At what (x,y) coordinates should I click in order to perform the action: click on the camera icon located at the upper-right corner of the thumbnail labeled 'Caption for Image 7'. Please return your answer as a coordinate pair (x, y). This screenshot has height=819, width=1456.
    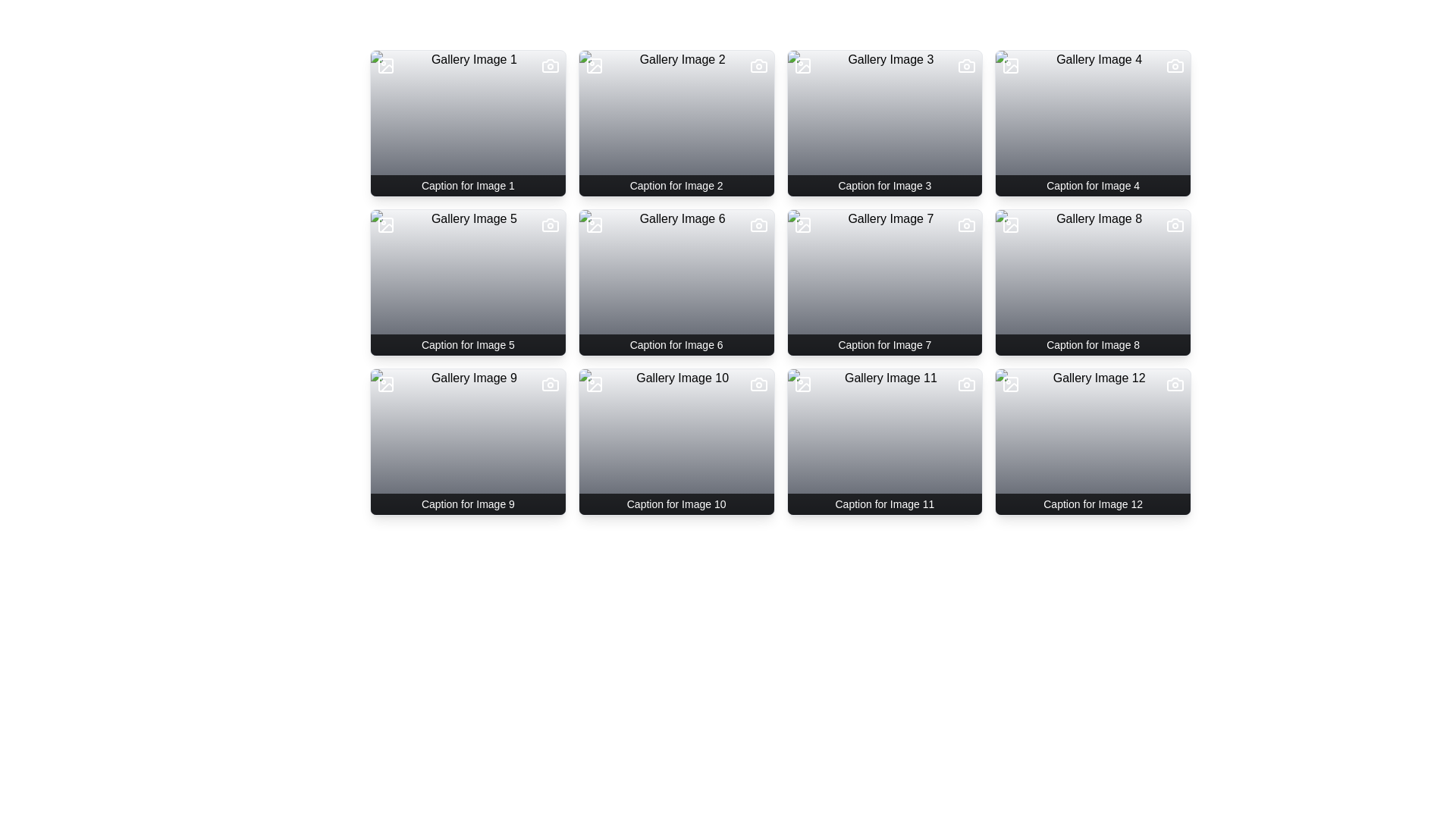
    Looking at the image, I should click on (966, 225).